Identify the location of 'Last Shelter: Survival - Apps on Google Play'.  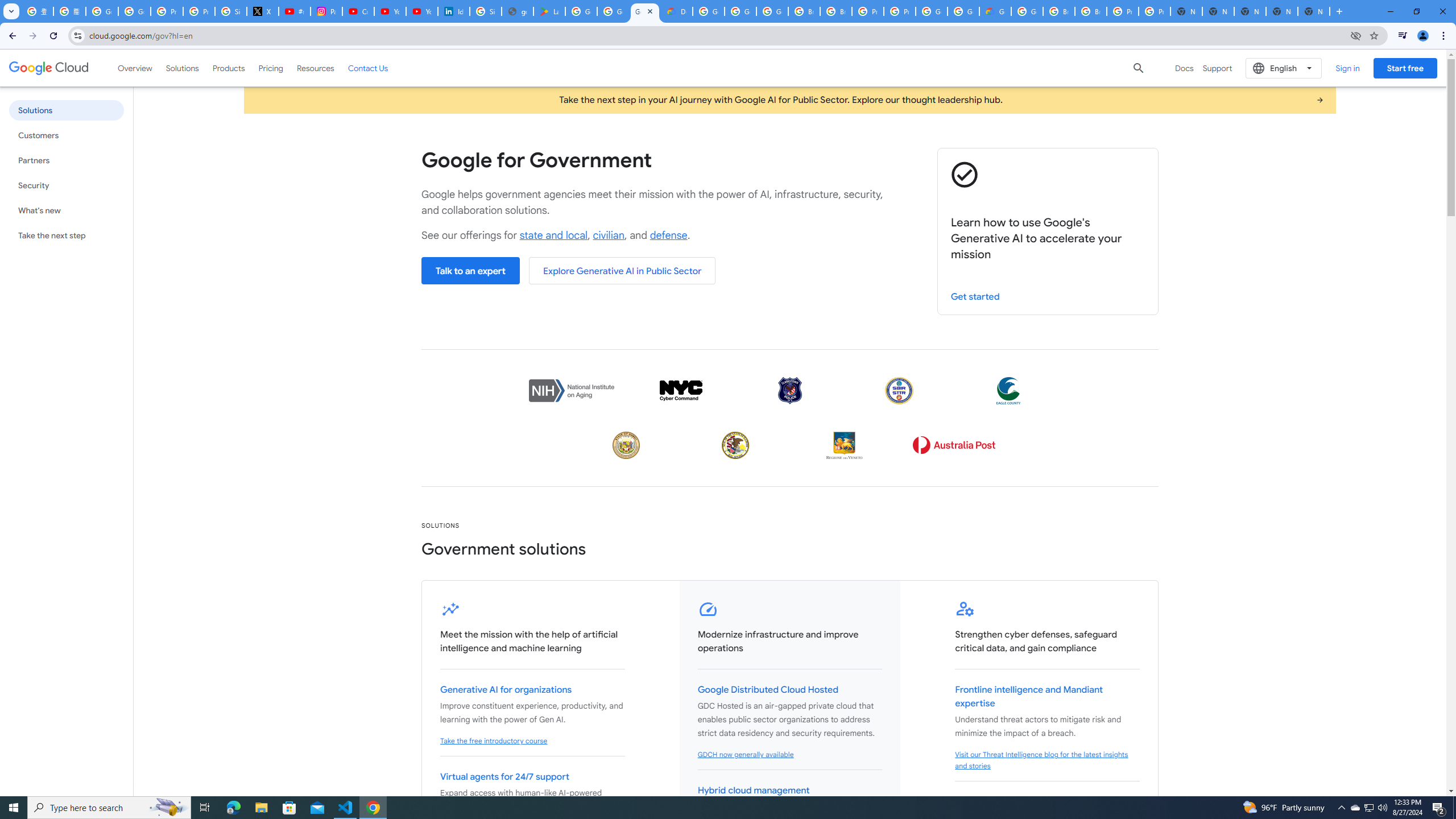
(549, 11).